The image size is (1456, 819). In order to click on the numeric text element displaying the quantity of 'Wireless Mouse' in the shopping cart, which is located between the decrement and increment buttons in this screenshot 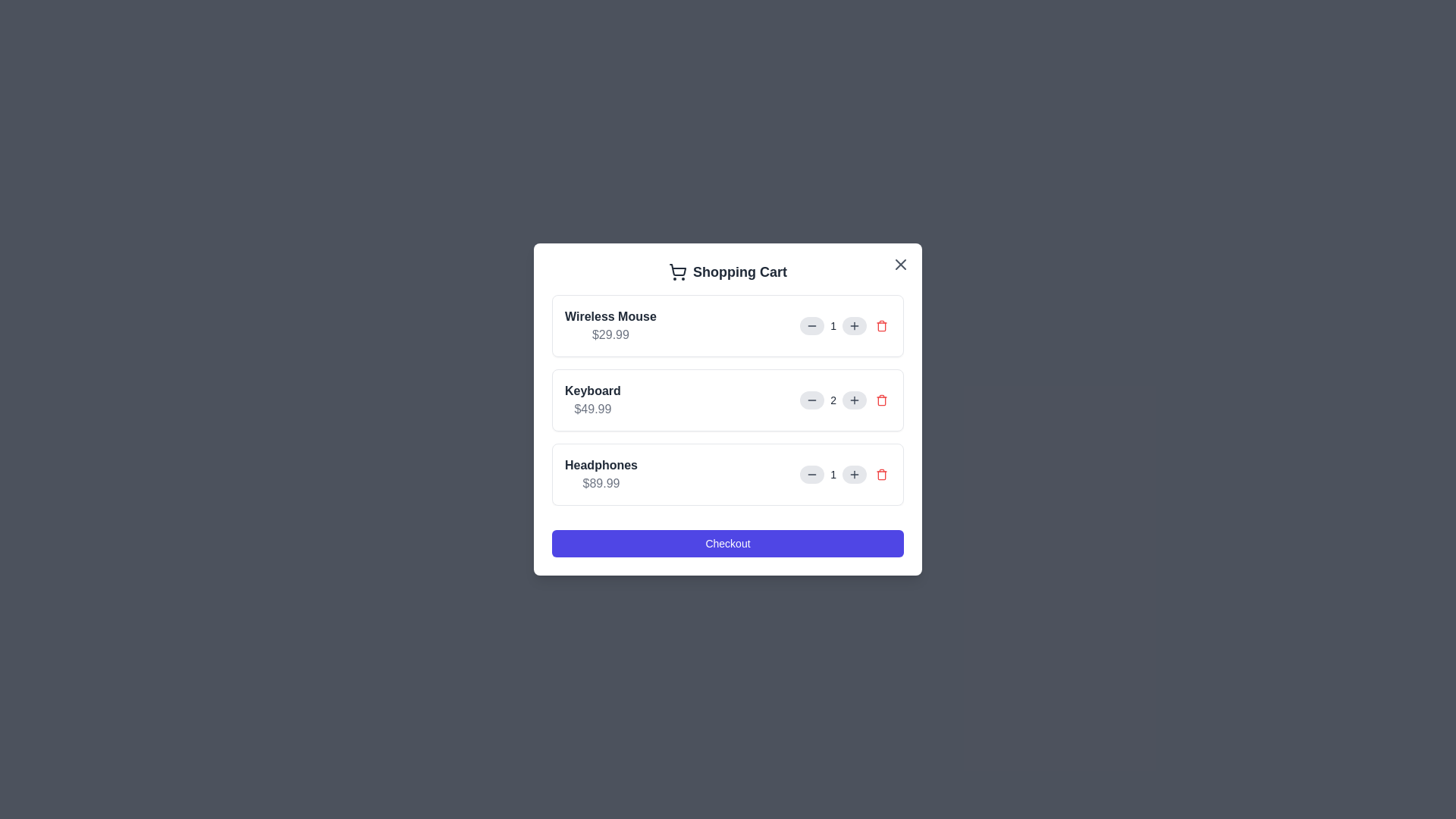, I will do `click(833, 325)`.